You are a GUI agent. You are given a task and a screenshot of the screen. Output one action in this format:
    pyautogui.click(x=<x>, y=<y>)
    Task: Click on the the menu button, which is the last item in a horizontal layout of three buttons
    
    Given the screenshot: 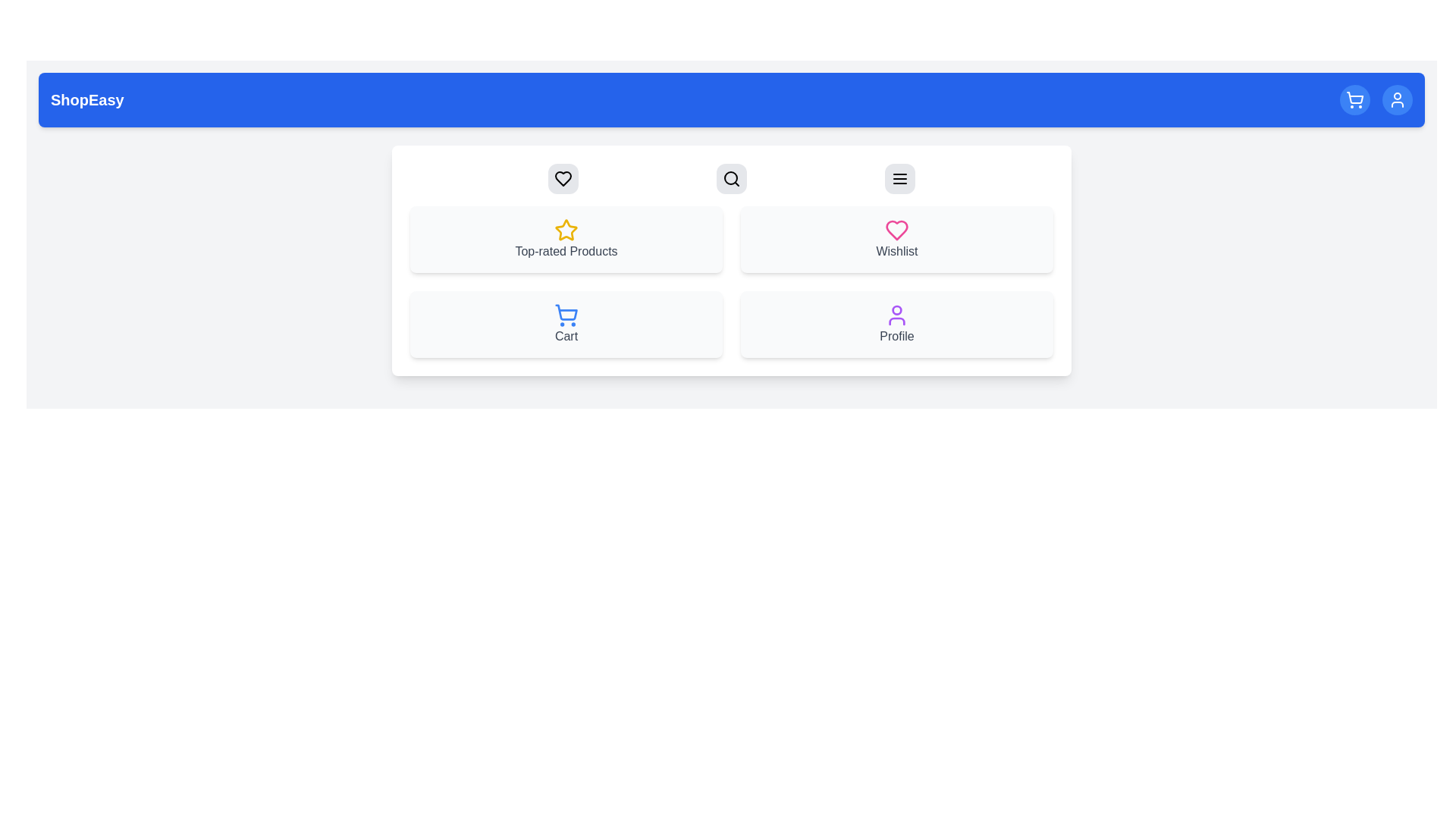 What is the action you would take?
    pyautogui.click(x=899, y=177)
    